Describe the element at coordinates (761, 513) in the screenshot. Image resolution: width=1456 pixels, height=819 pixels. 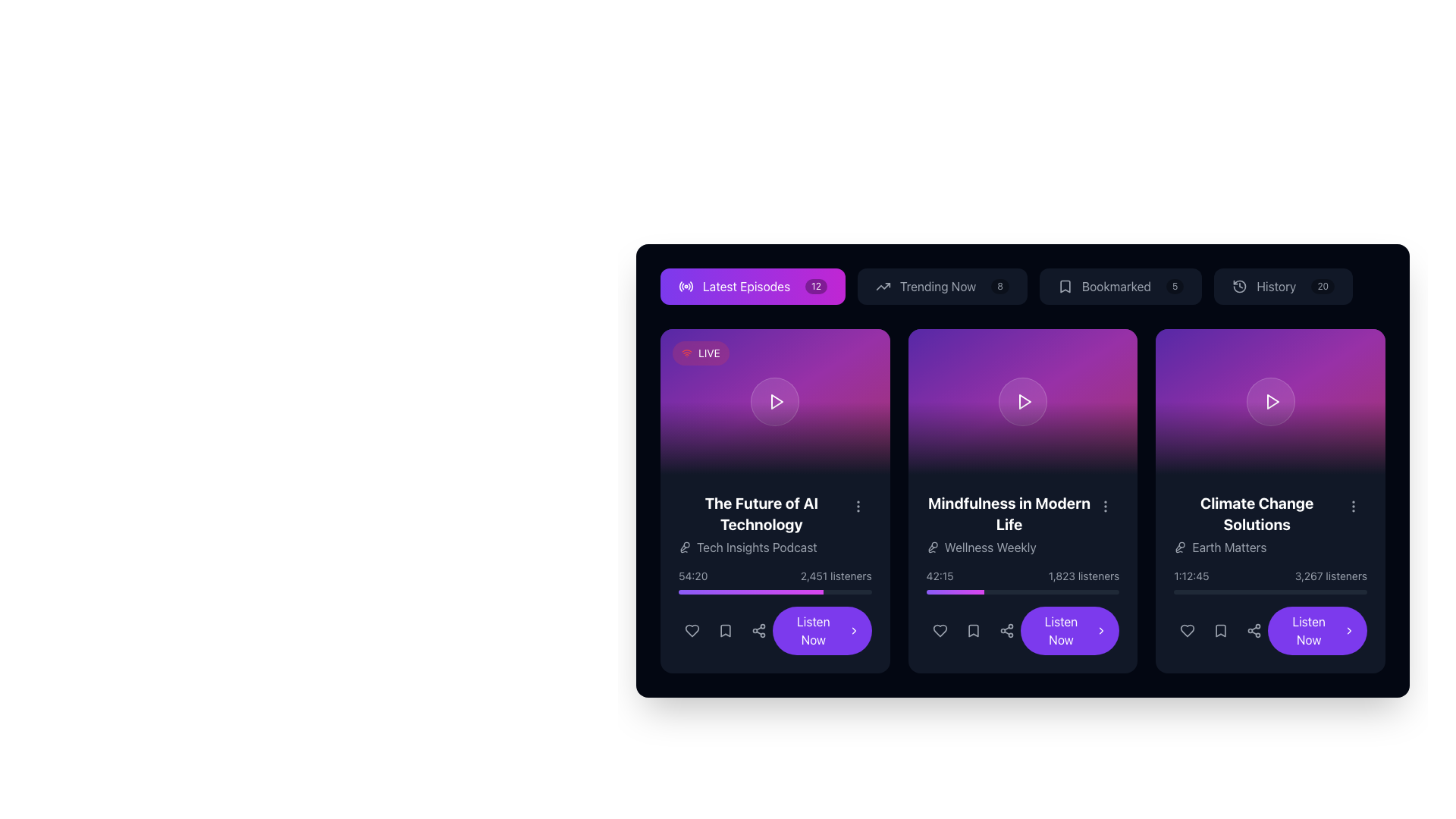
I see `the heading text of the podcast card, which is positioned at the top-left of the card layout` at that location.